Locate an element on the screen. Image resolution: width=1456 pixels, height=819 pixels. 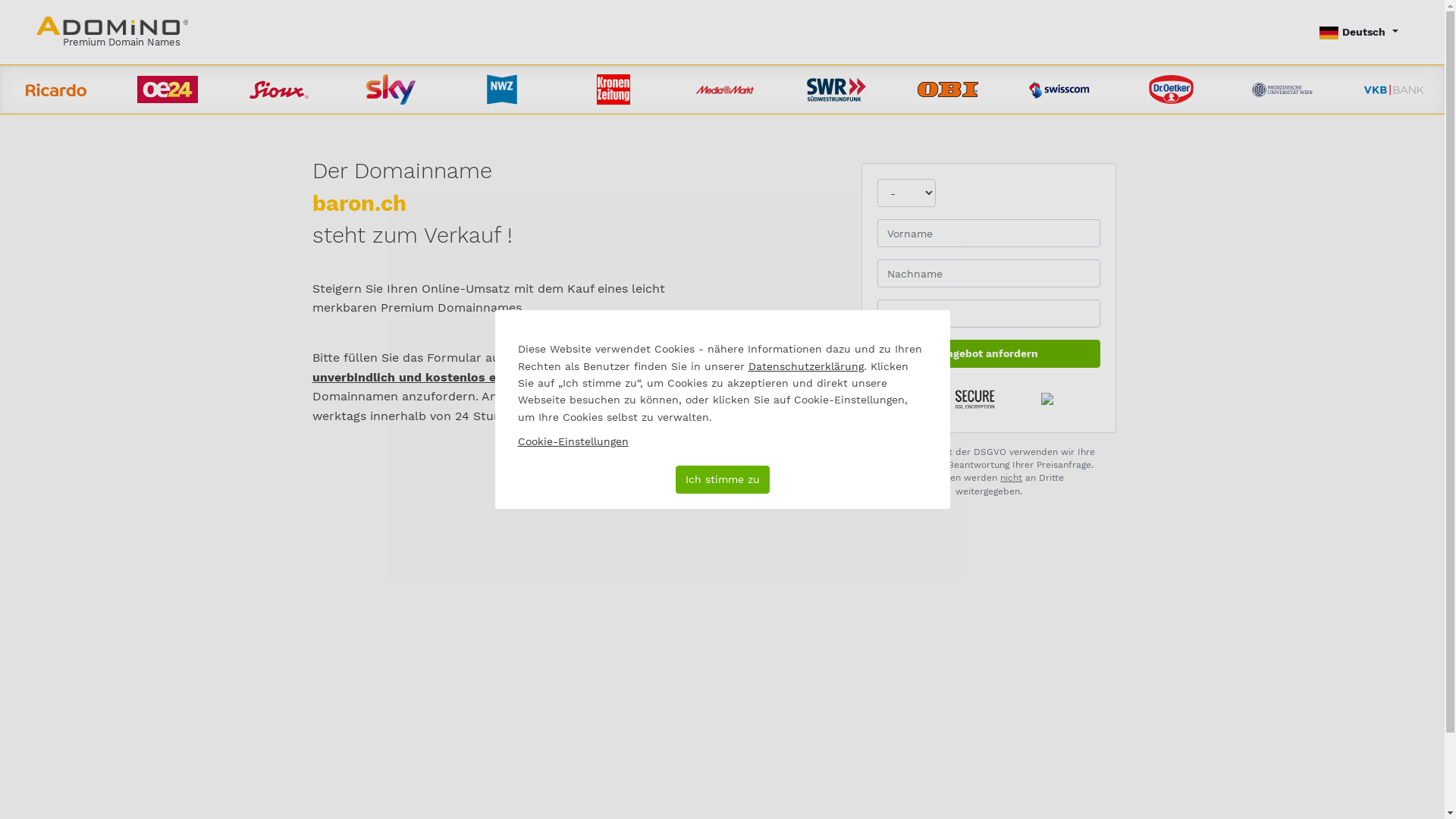
'Cookie-Einstellungen' is located at coordinates (571, 441).